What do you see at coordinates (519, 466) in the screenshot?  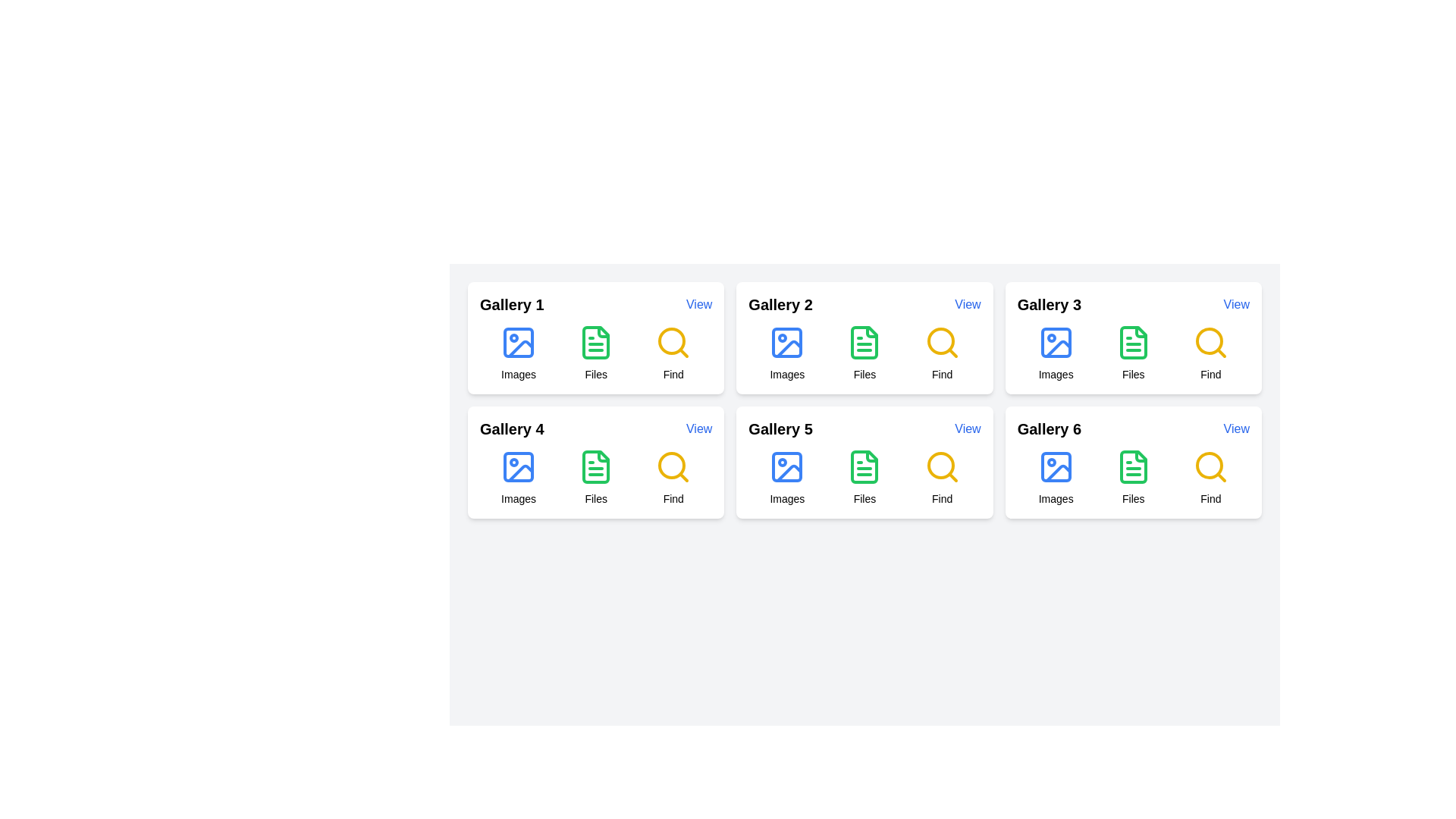 I see `the SVG rectangle shape that serves as a structural background for the 'Gallery 4' icon located in the first row of the second column` at bounding box center [519, 466].